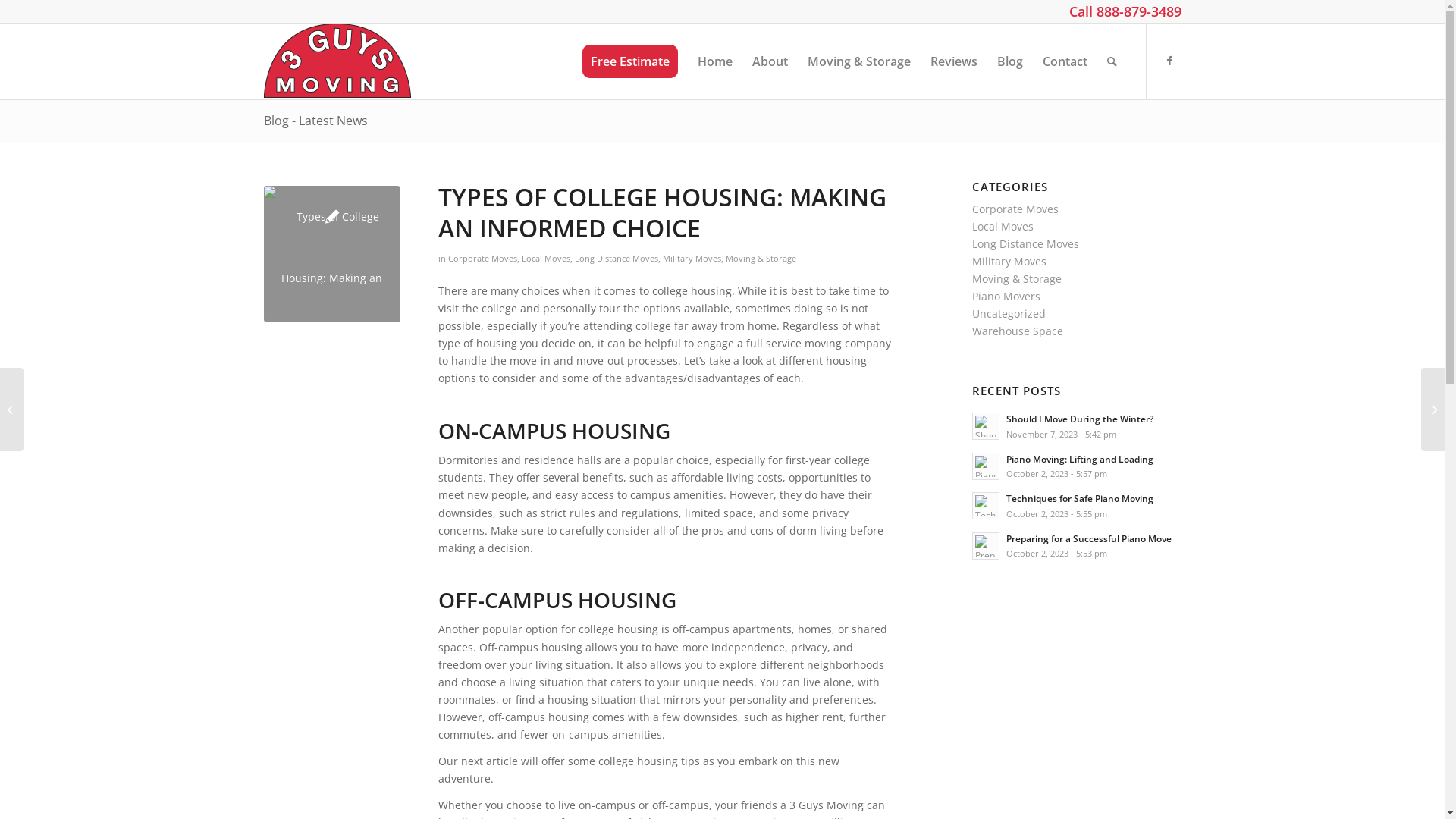 The image size is (1456, 819). I want to click on 'Facebook', so click(1169, 60).